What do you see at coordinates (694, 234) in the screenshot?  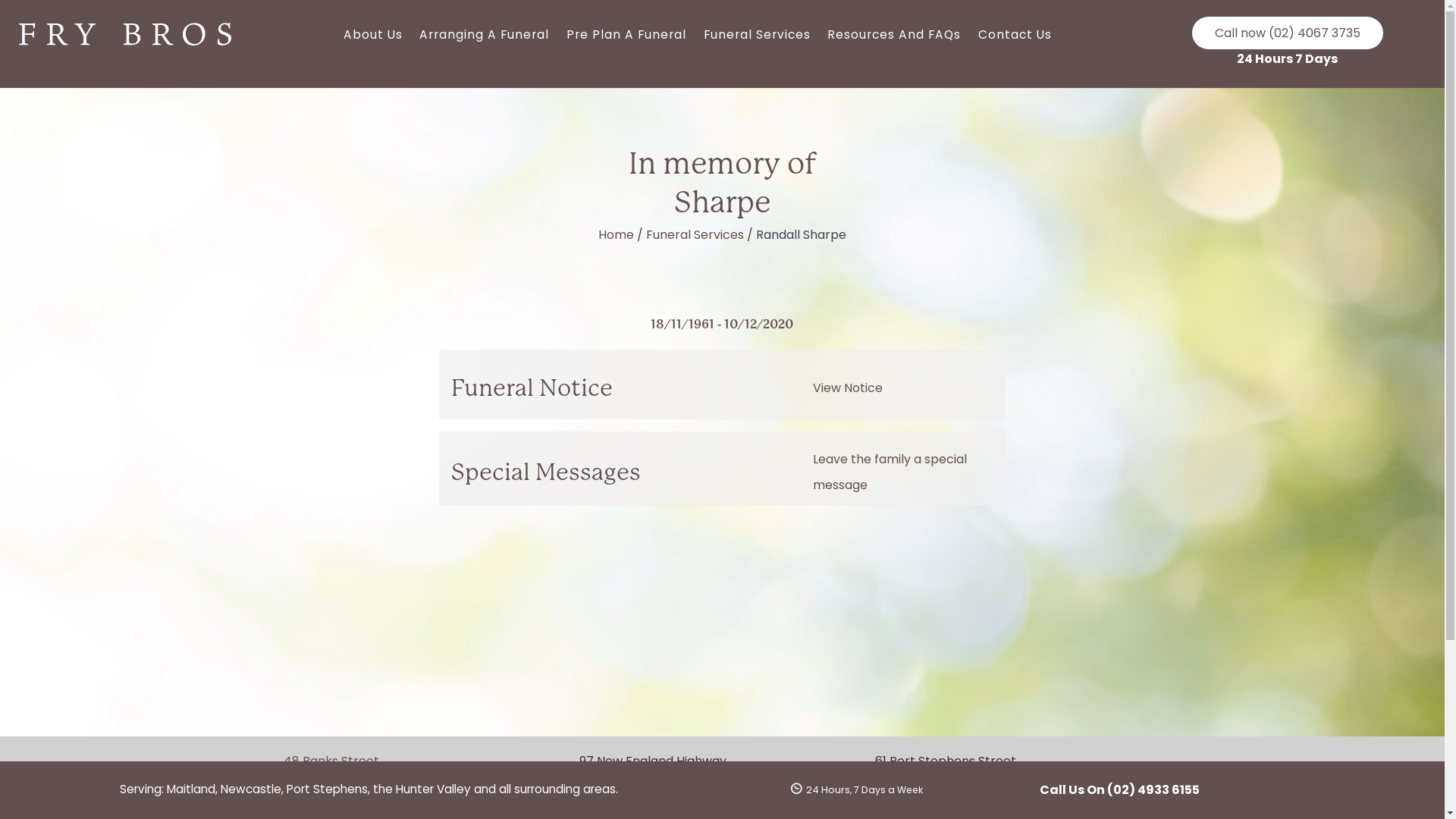 I see `'Funeral Services'` at bounding box center [694, 234].